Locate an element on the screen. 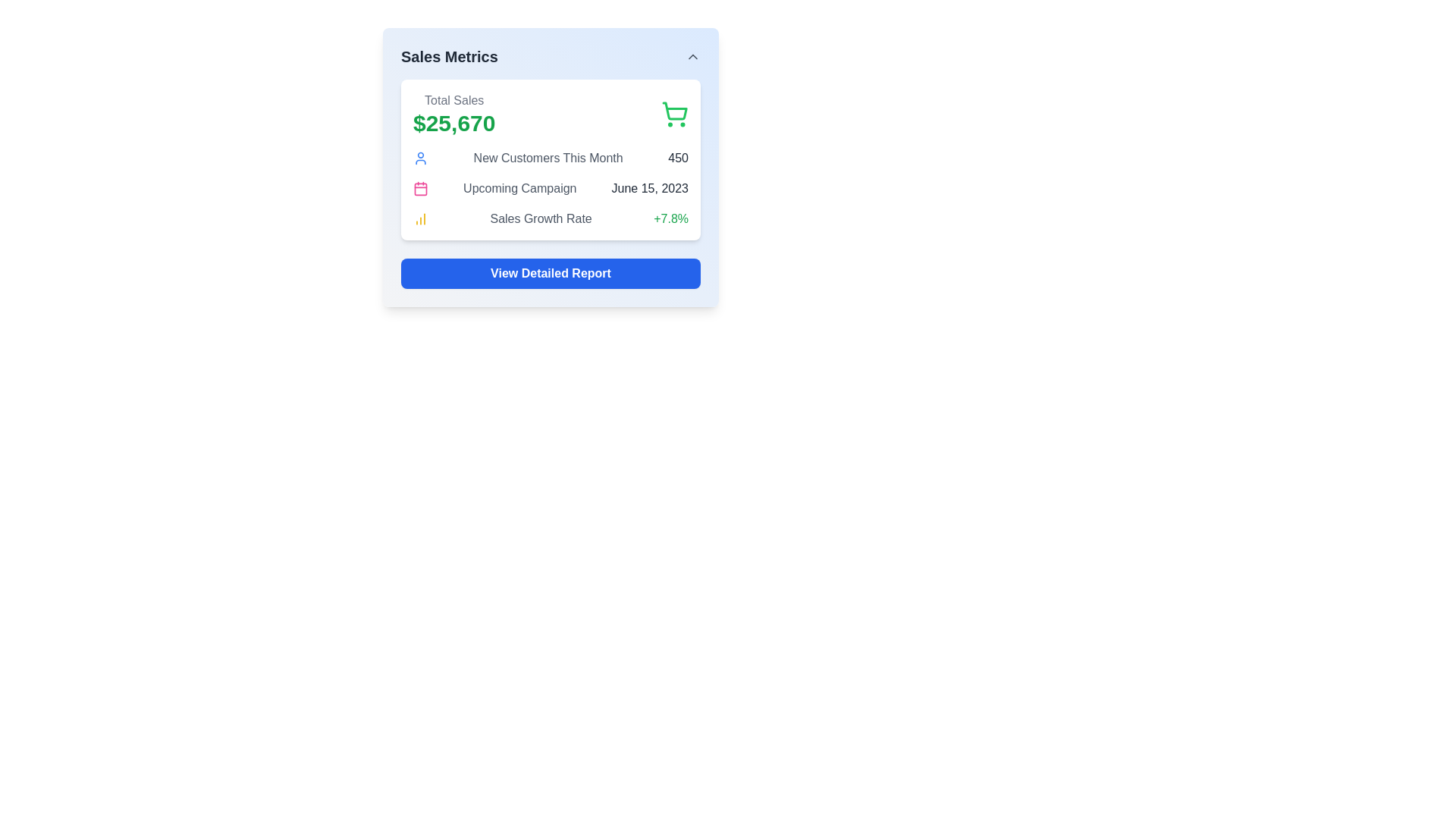  the user profile SVG icon, which is styled in blue and located to the left of the text 'New Customers This Month' is located at coordinates (421, 158).